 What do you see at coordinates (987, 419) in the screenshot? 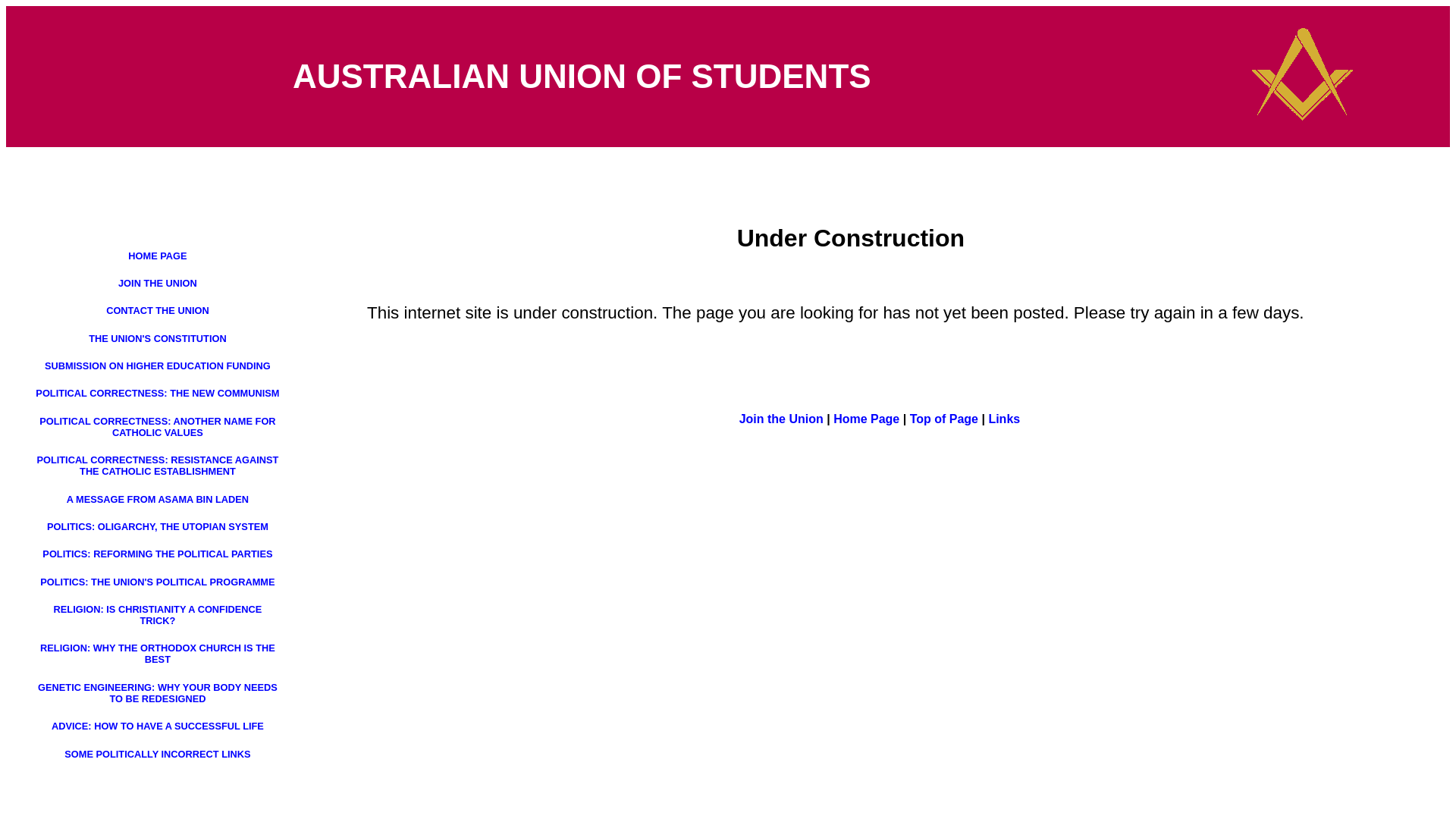
I see `'Links'` at bounding box center [987, 419].